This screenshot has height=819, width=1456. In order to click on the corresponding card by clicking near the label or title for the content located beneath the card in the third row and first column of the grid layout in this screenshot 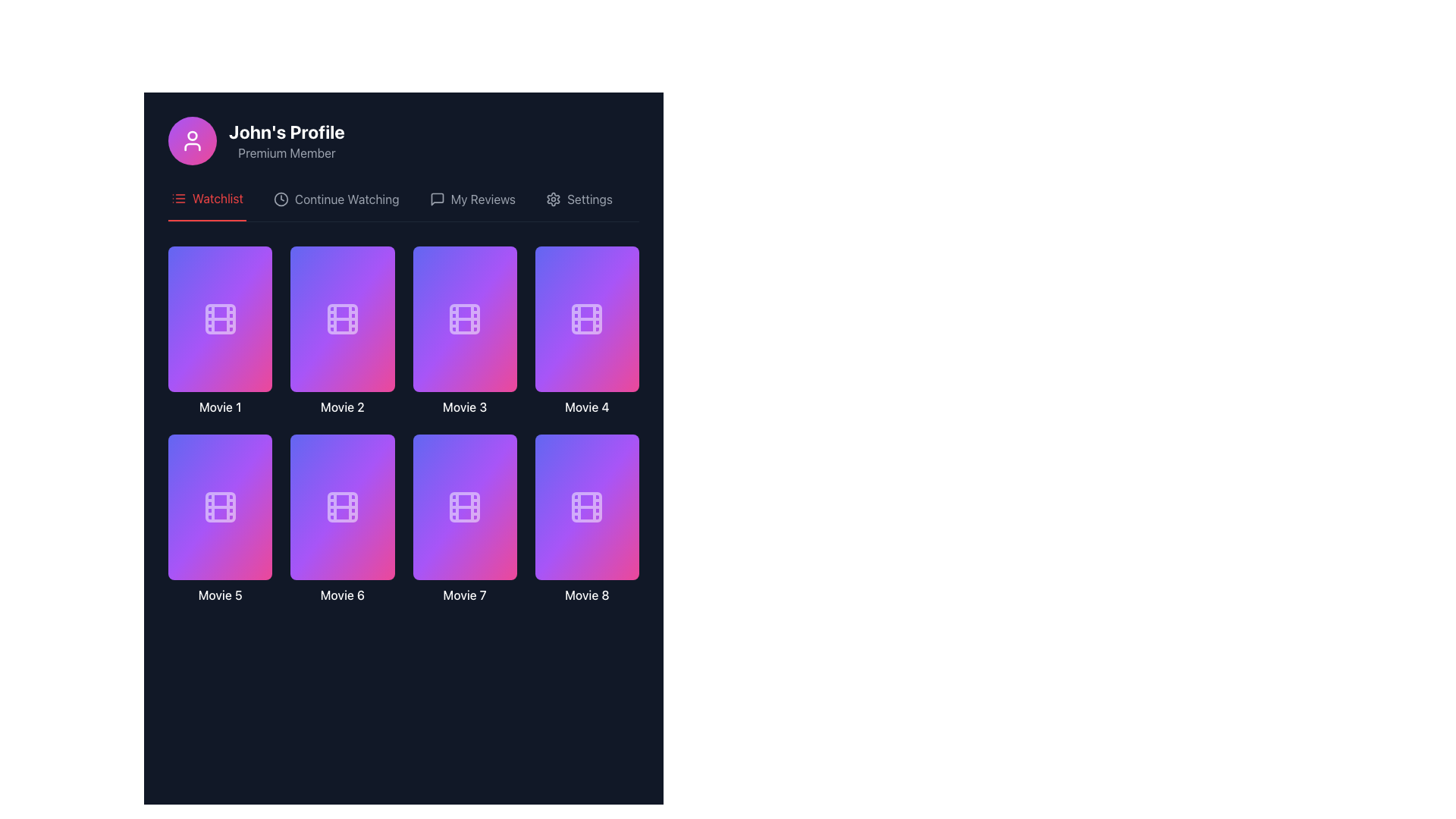, I will do `click(219, 595)`.